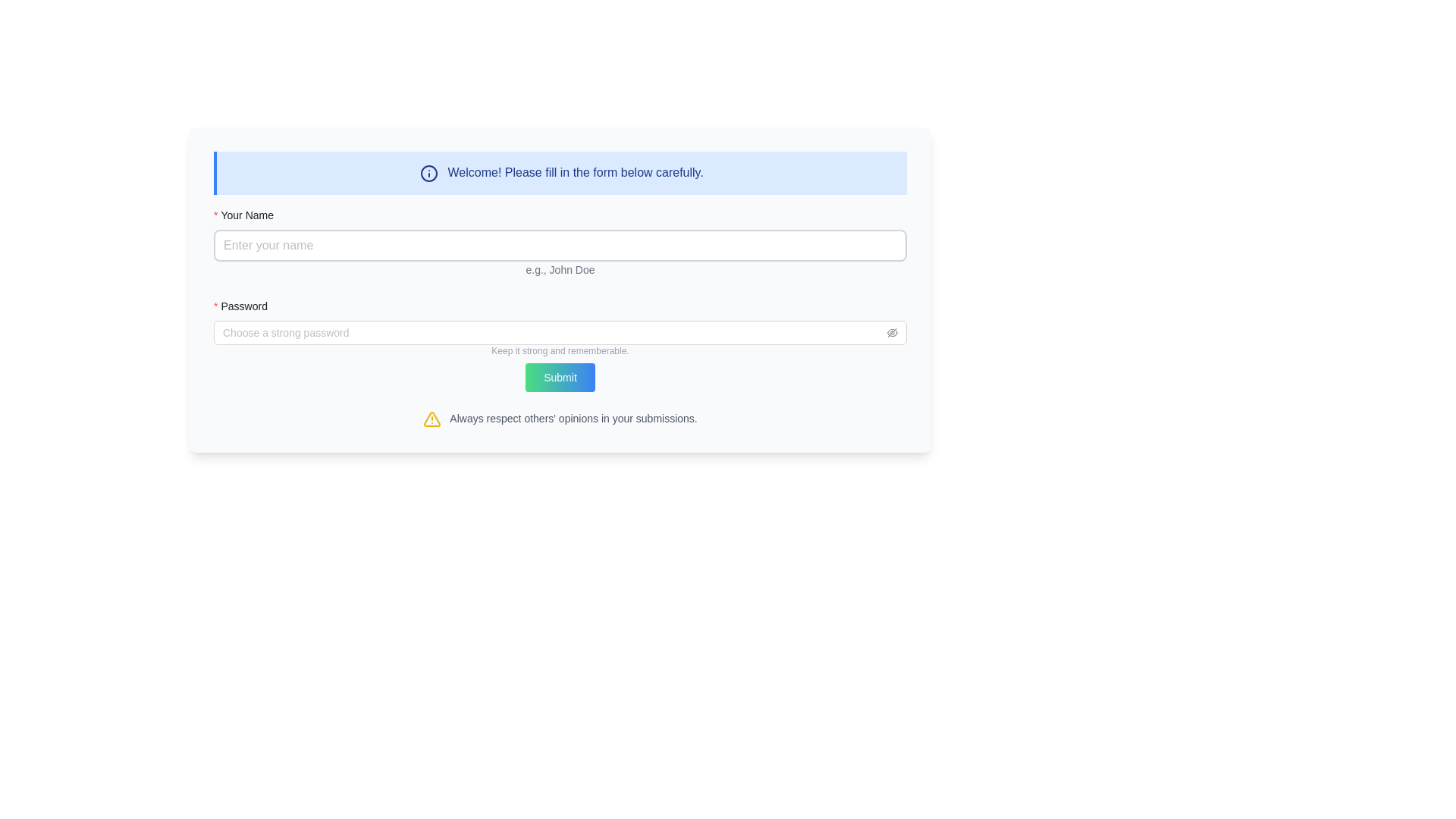 The height and width of the screenshot is (819, 1456). Describe the element at coordinates (246, 306) in the screenshot. I see `the 'Password' label, which is a bold black text followed by a red asterisk, indicating it is a required field, positioned above the password input field` at that location.